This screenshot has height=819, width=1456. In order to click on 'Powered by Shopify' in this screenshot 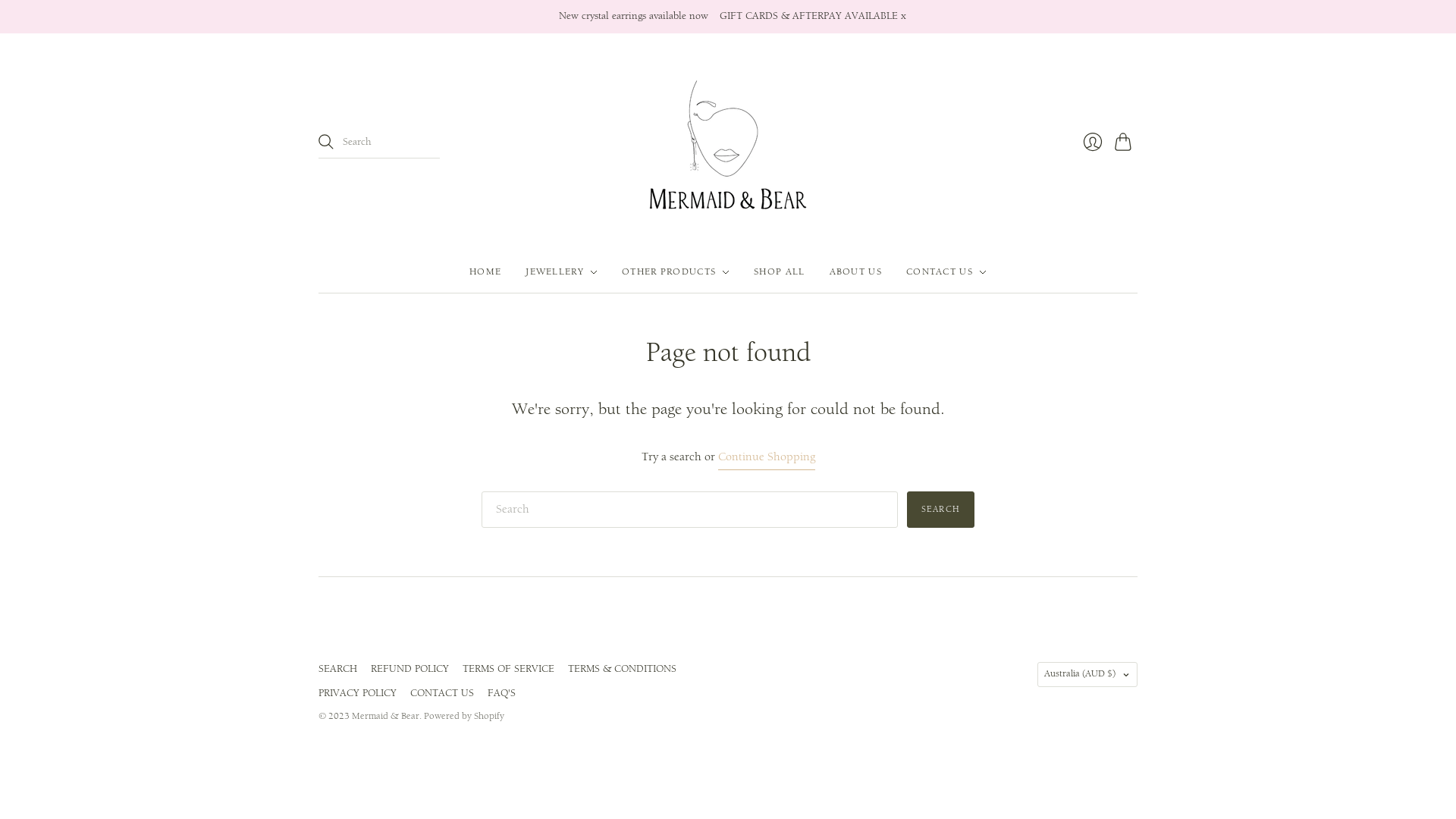, I will do `click(463, 716)`.